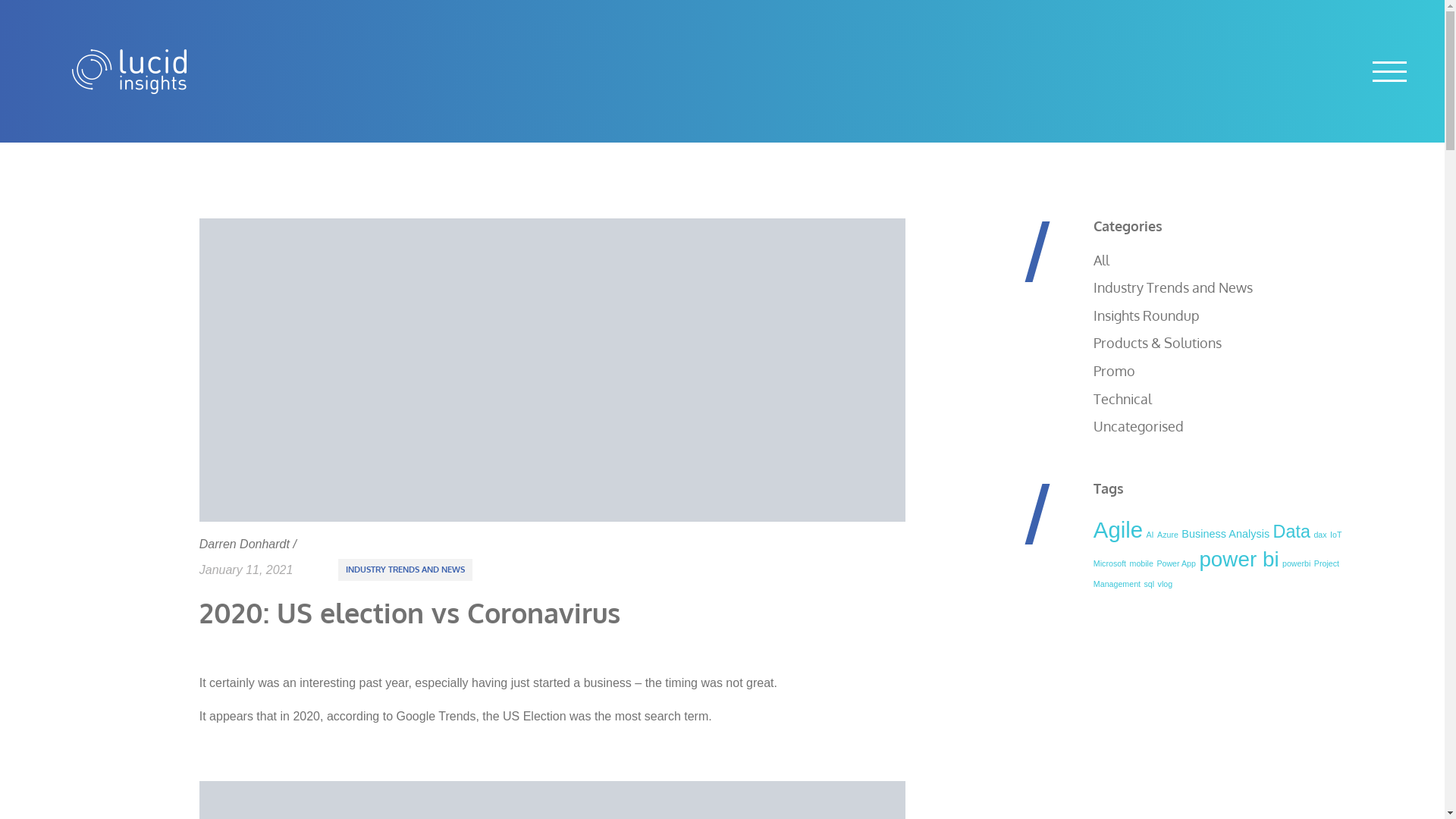 This screenshot has height=819, width=1456. Describe the element at coordinates (1093, 287) in the screenshot. I see `'Industry Trends and News'` at that location.